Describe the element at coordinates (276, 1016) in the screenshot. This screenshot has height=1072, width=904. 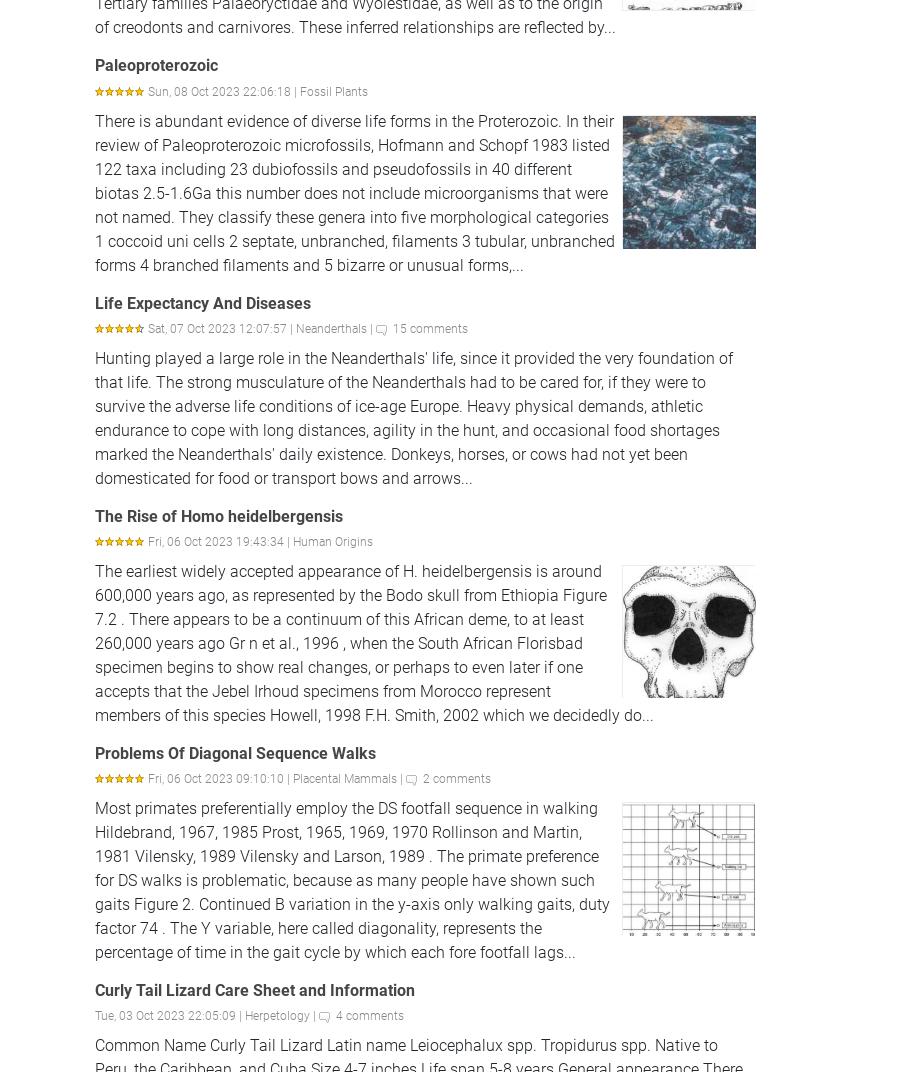
I see `'Herpetology'` at that location.